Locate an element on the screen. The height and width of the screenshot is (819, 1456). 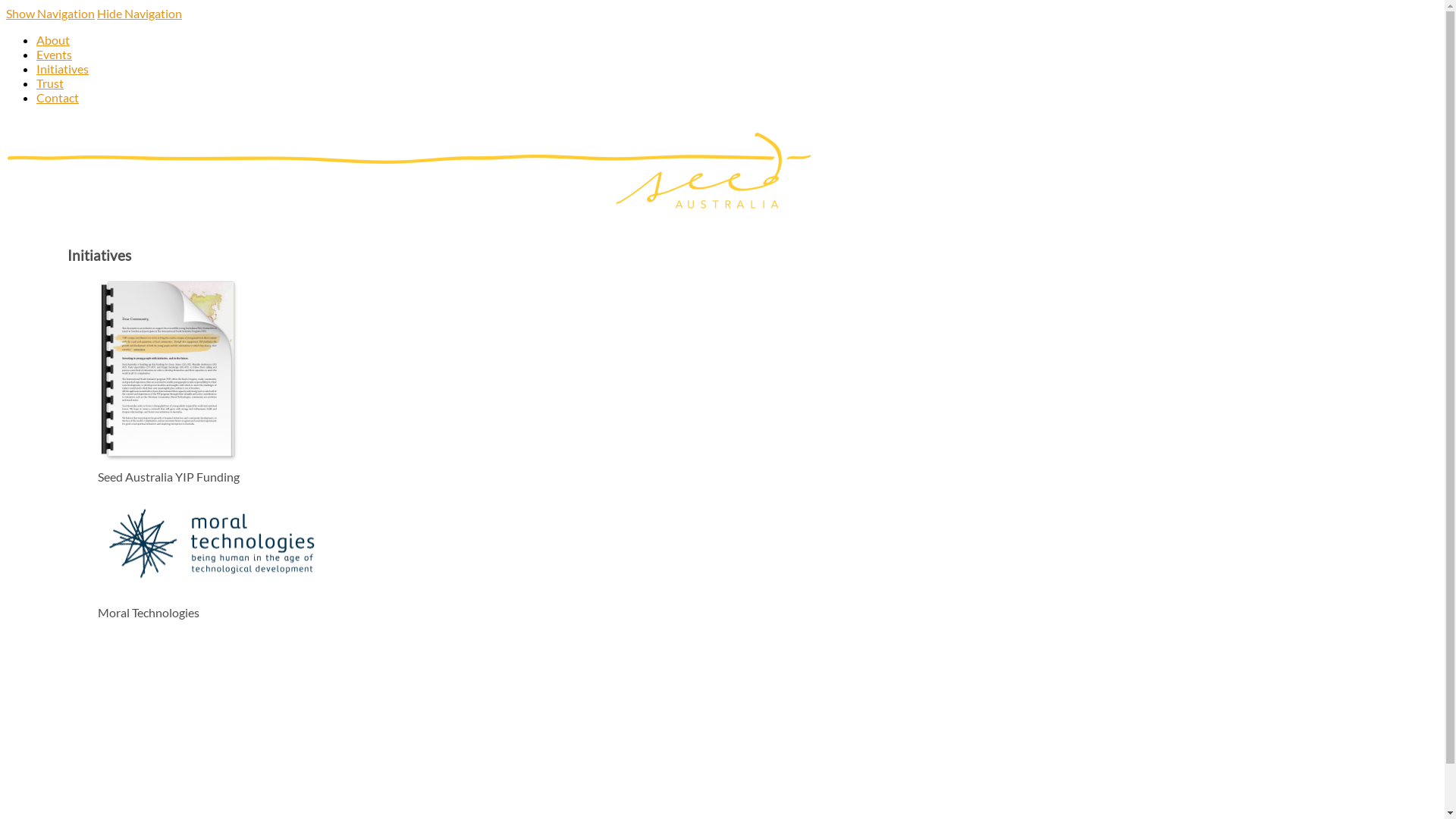
'Trust' is located at coordinates (50, 83).